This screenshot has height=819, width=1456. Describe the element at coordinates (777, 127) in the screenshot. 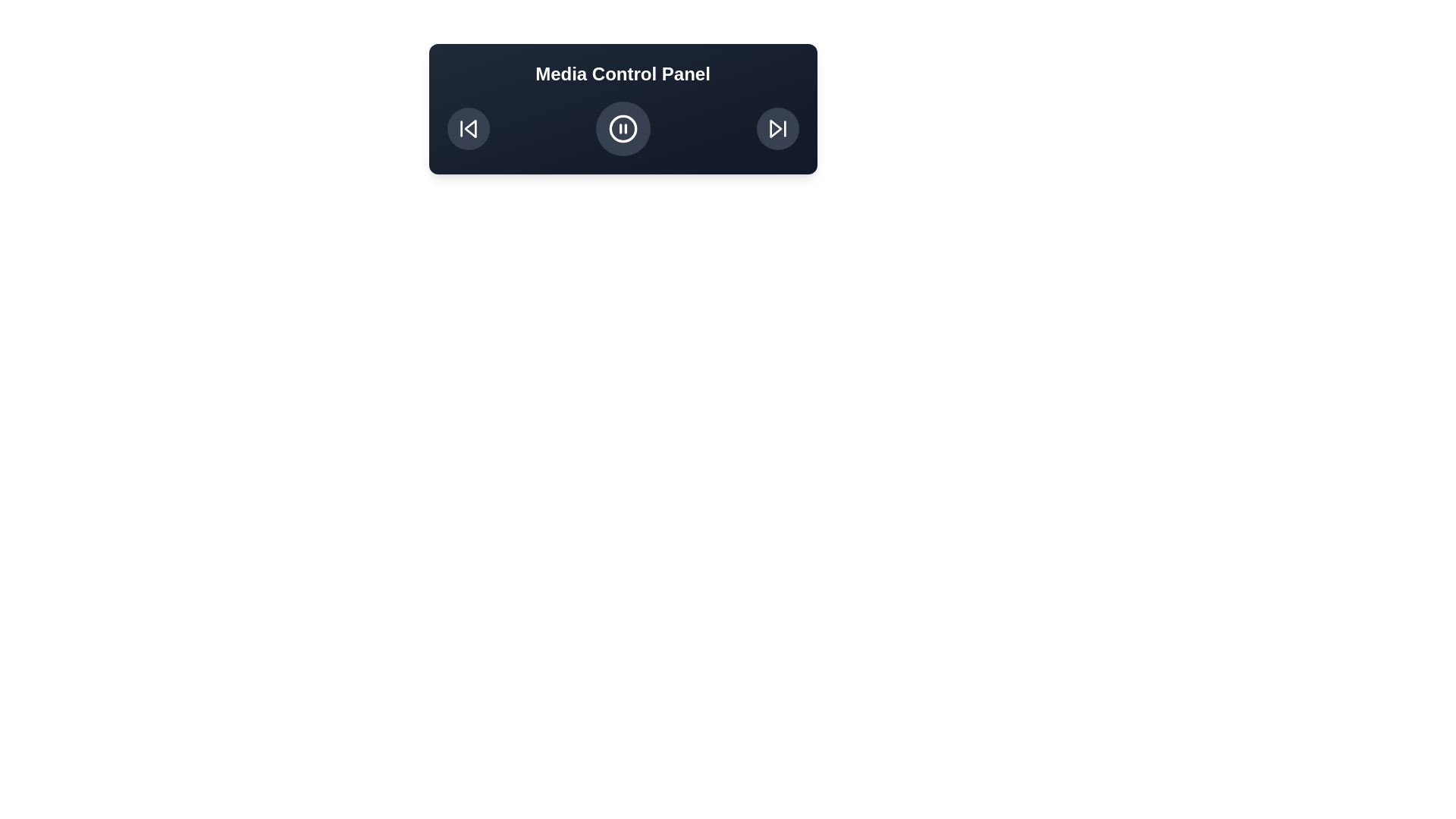

I see `the 'Next Track' button located on the far-right side of the media control panel to skip to the next track in the playlist` at that location.